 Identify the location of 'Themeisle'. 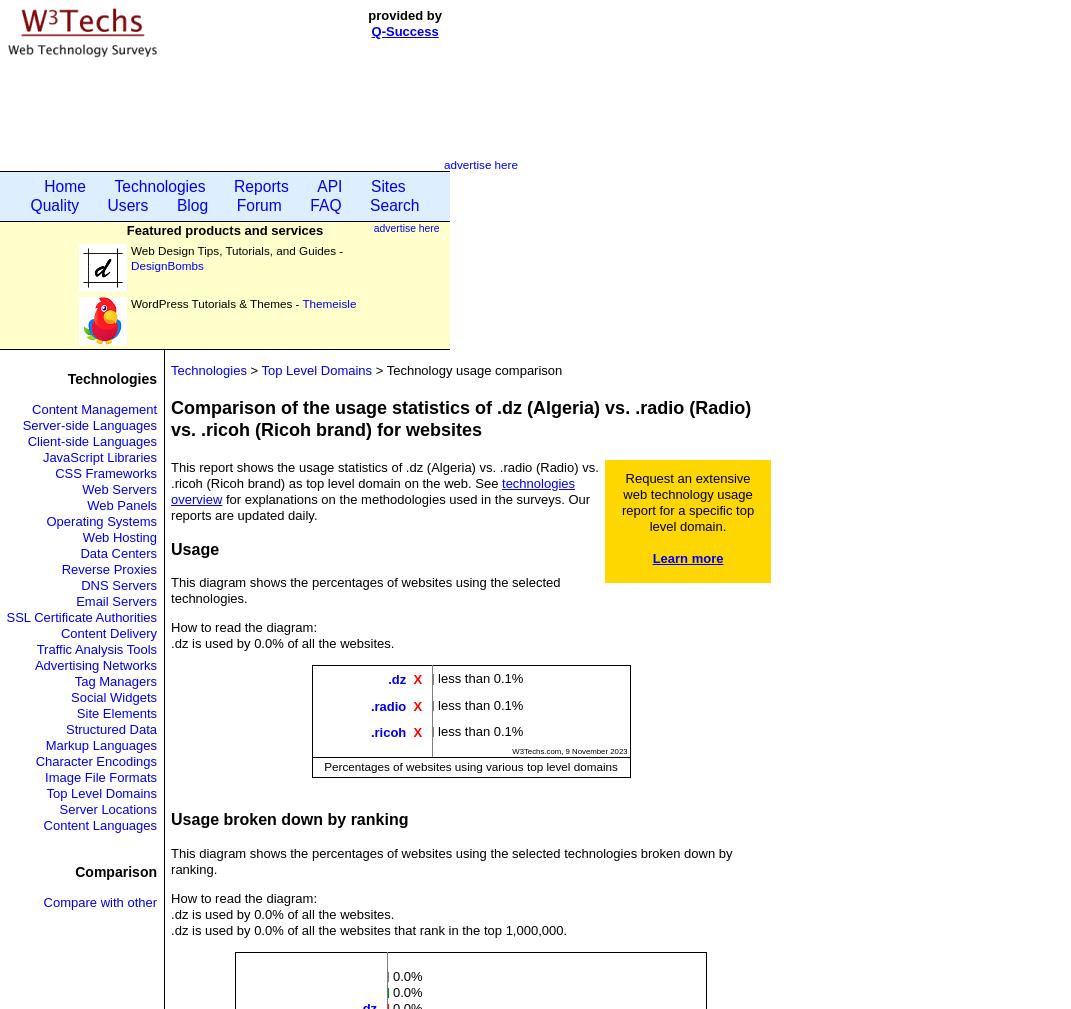
(328, 302).